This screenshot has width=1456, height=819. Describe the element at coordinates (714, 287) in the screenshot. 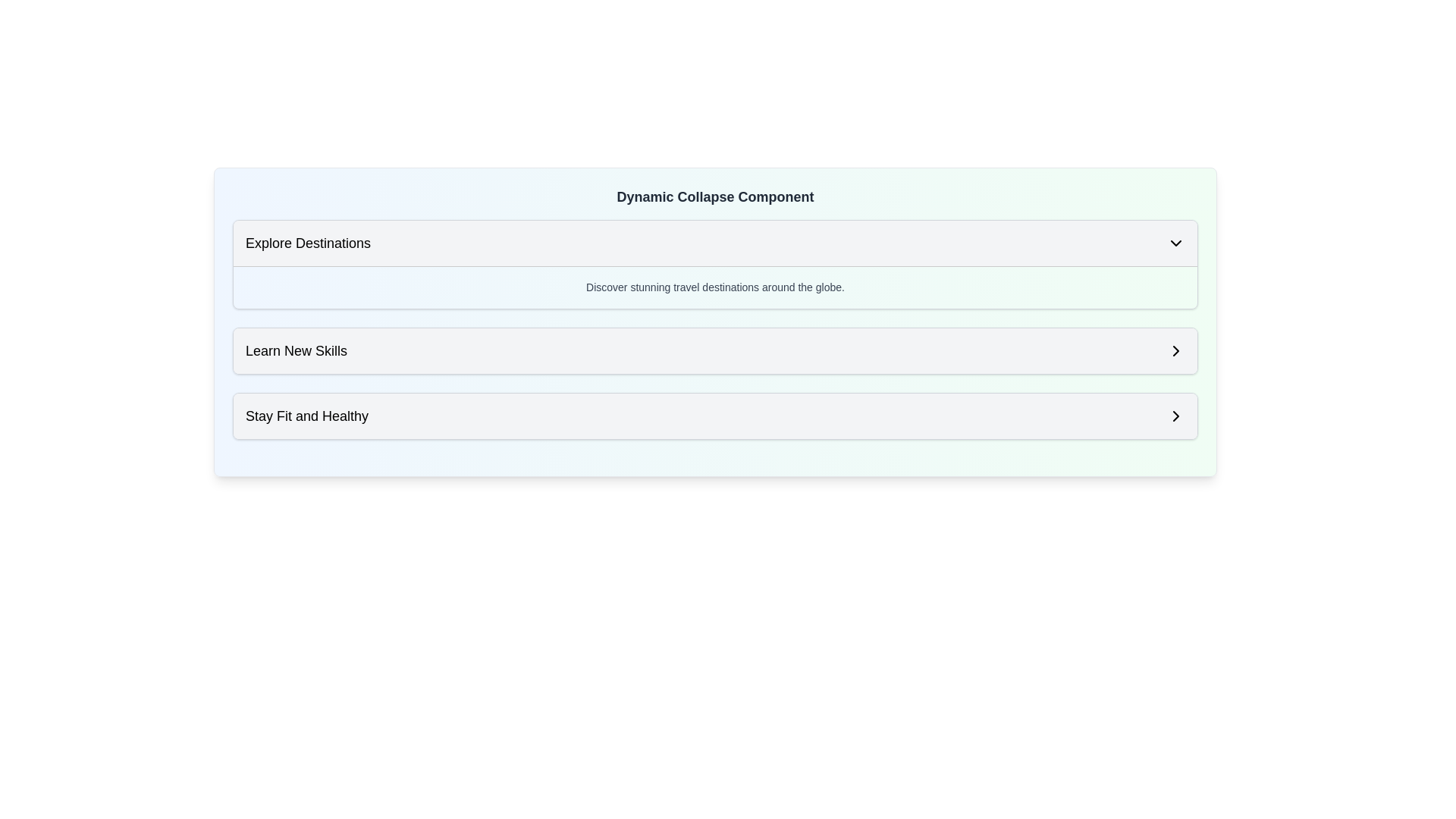

I see `text content of the static text label displaying 'Discover stunning travel destinations around the globe.' located in the expanded panel under the 'Explore Destinations' accordion section` at that location.